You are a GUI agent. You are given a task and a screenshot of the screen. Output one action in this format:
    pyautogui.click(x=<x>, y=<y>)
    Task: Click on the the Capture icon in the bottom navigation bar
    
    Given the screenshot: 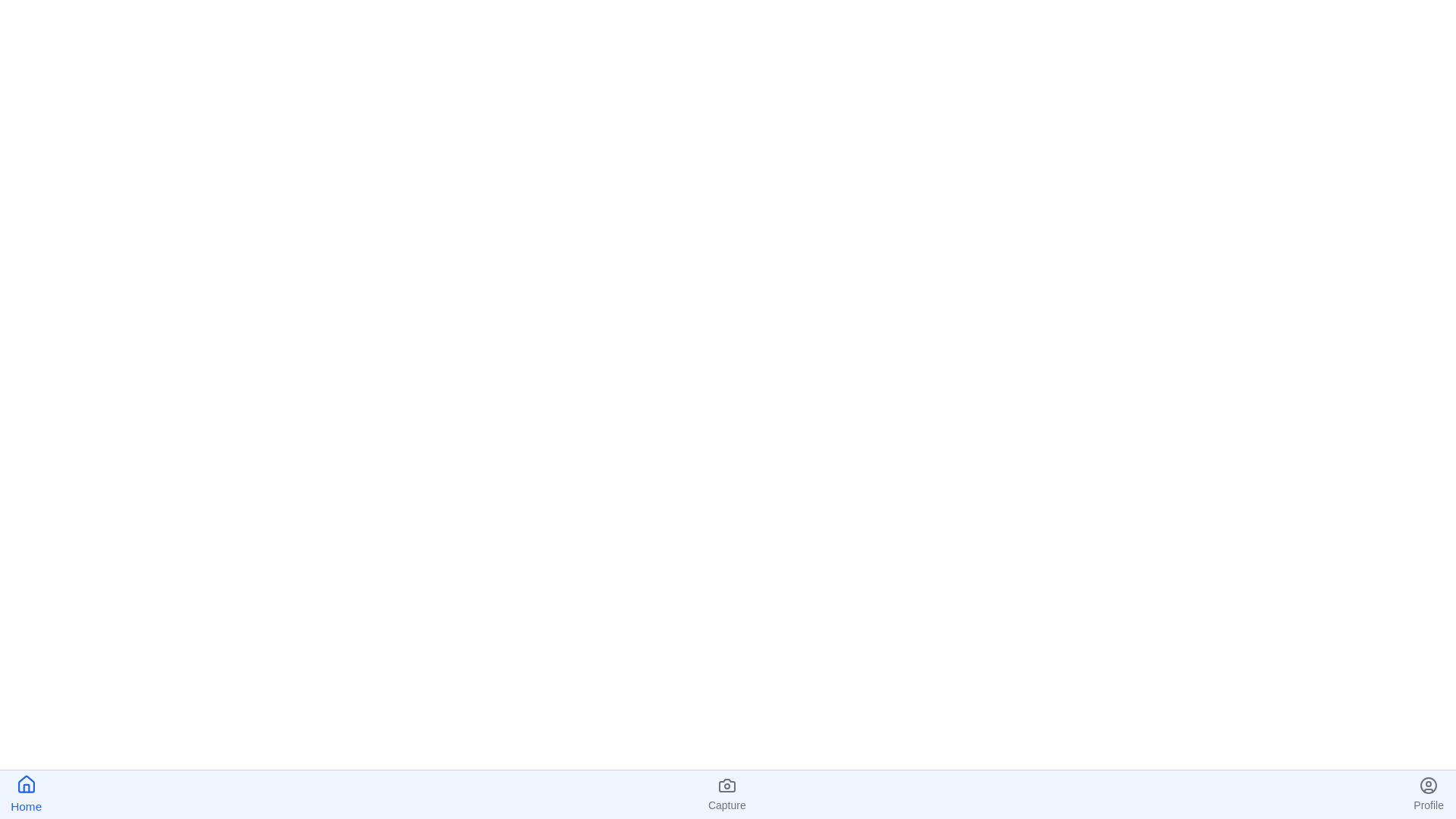 What is the action you would take?
    pyautogui.click(x=726, y=794)
    